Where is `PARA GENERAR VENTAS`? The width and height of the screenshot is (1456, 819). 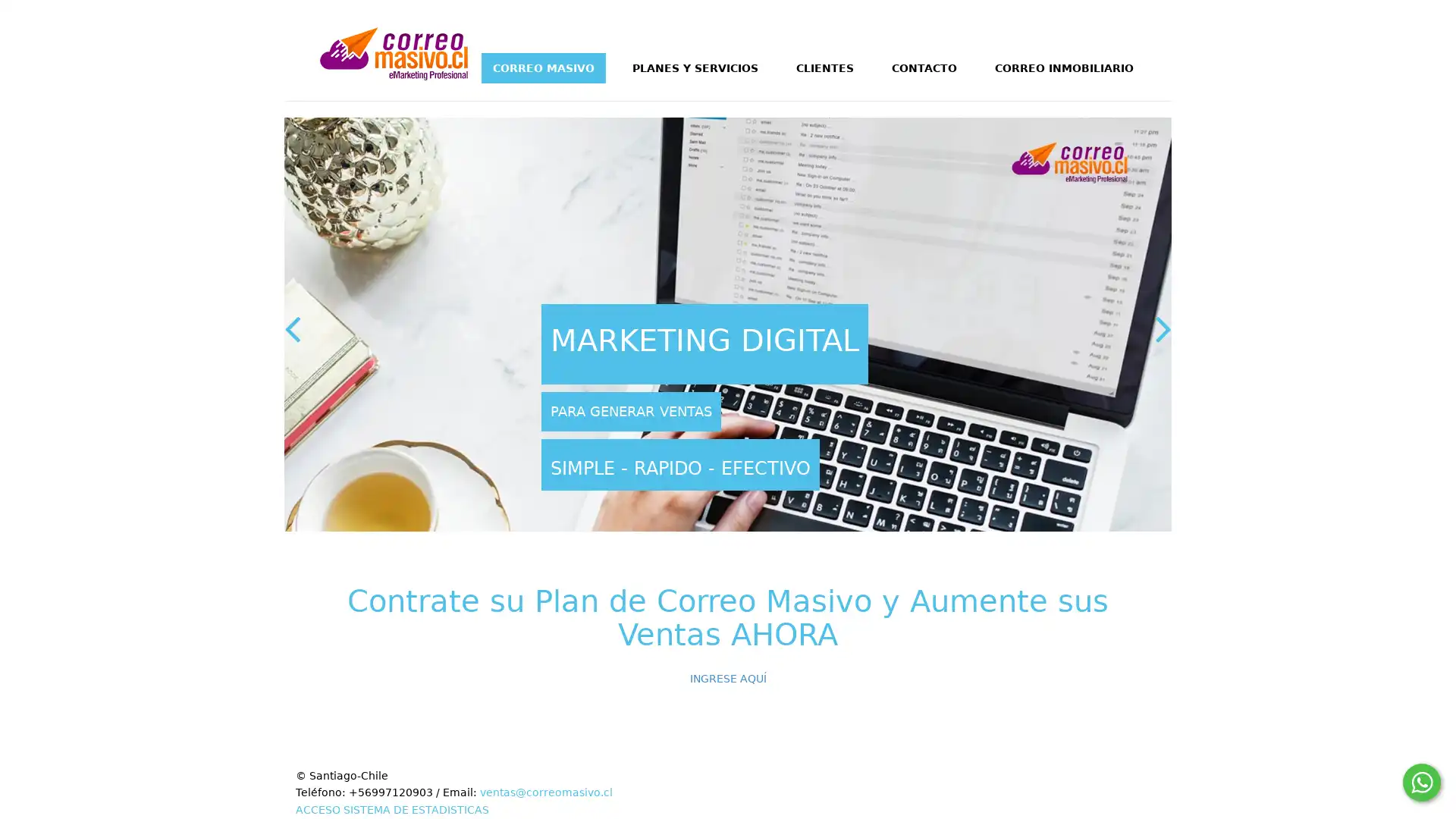
PARA GENERAR VENTAS is located at coordinates (631, 411).